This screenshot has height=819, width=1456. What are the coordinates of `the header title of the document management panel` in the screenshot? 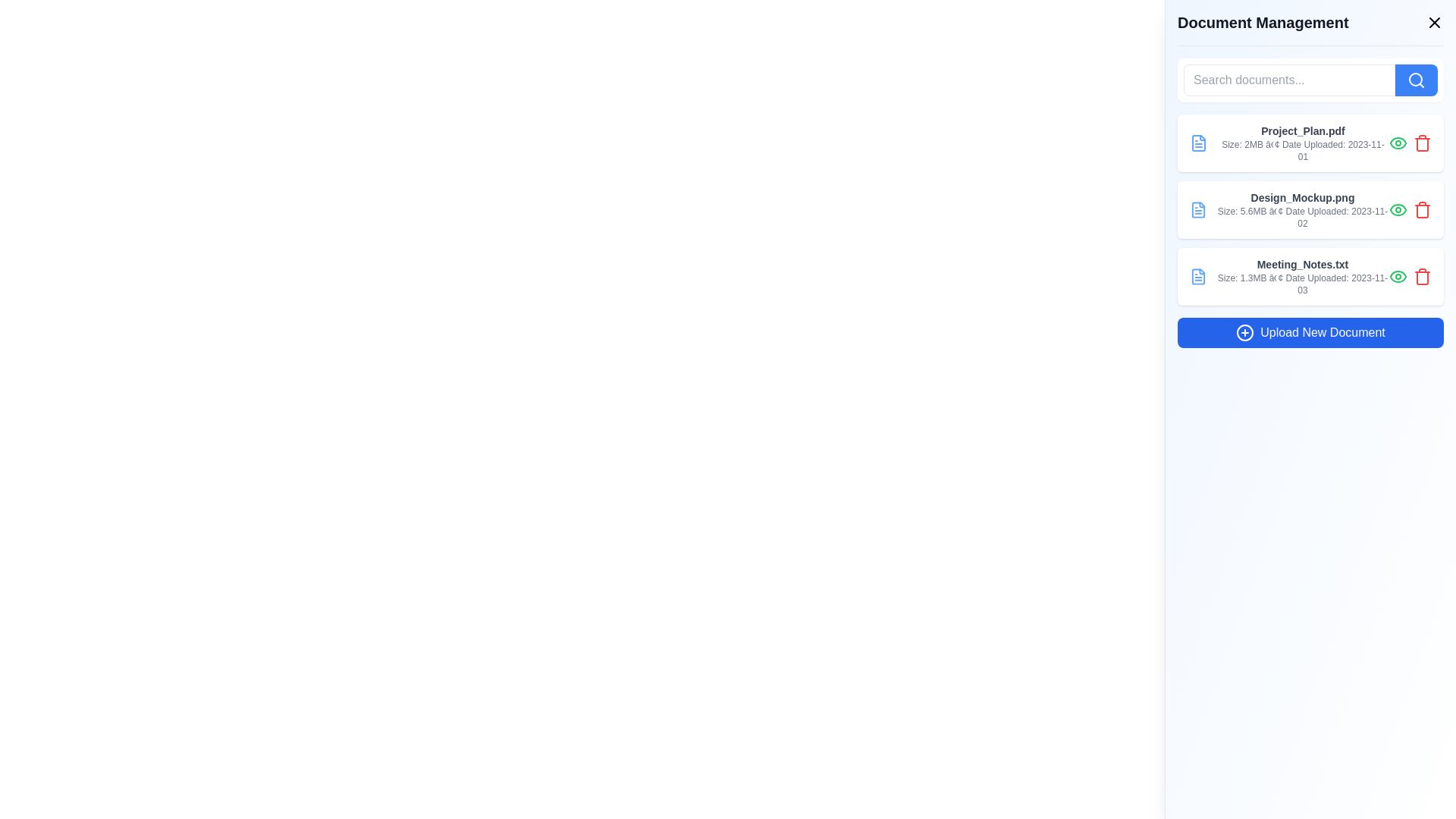 It's located at (1310, 29).